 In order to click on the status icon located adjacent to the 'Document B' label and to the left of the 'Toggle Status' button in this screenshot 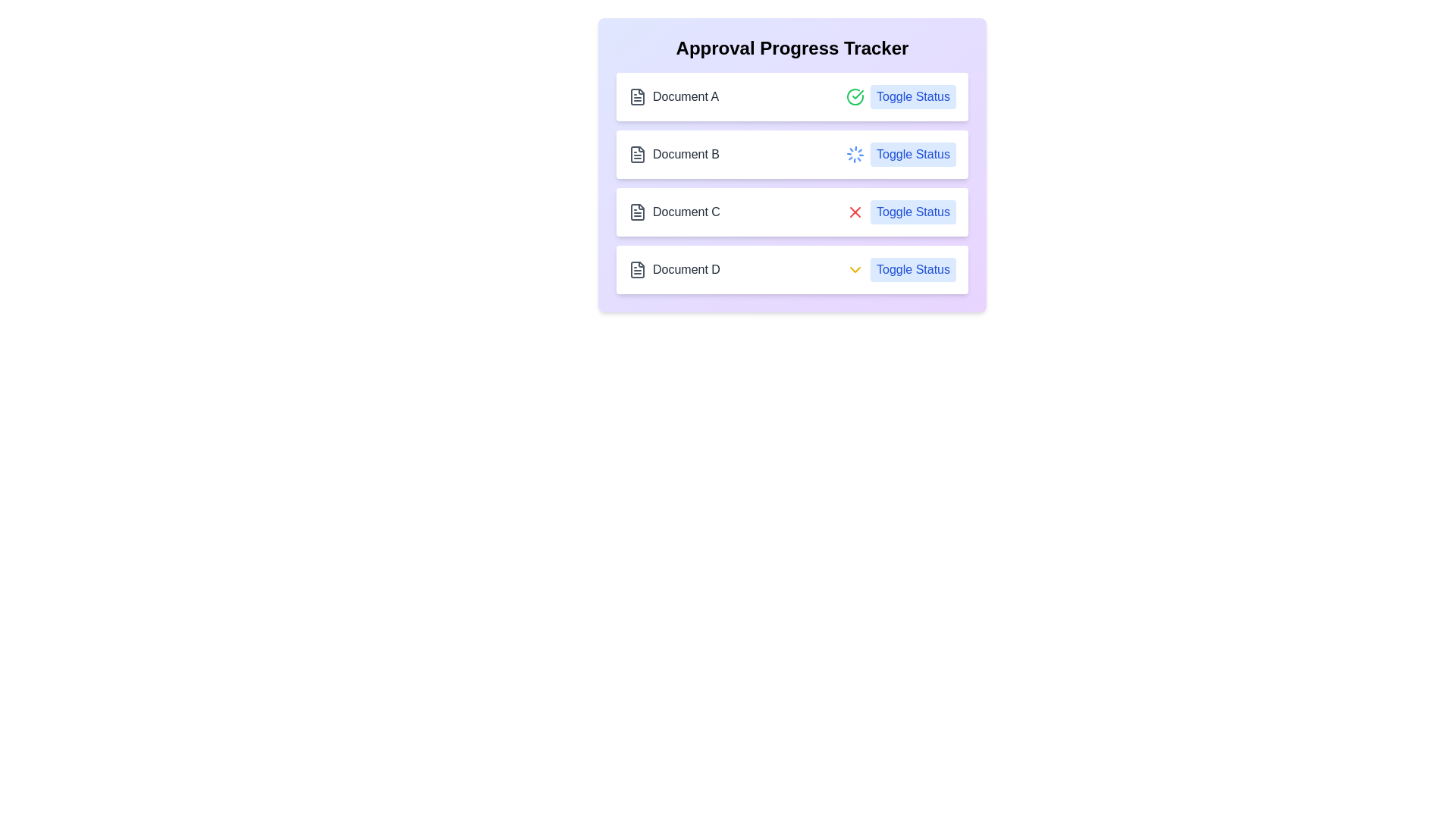, I will do `click(855, 155)`.